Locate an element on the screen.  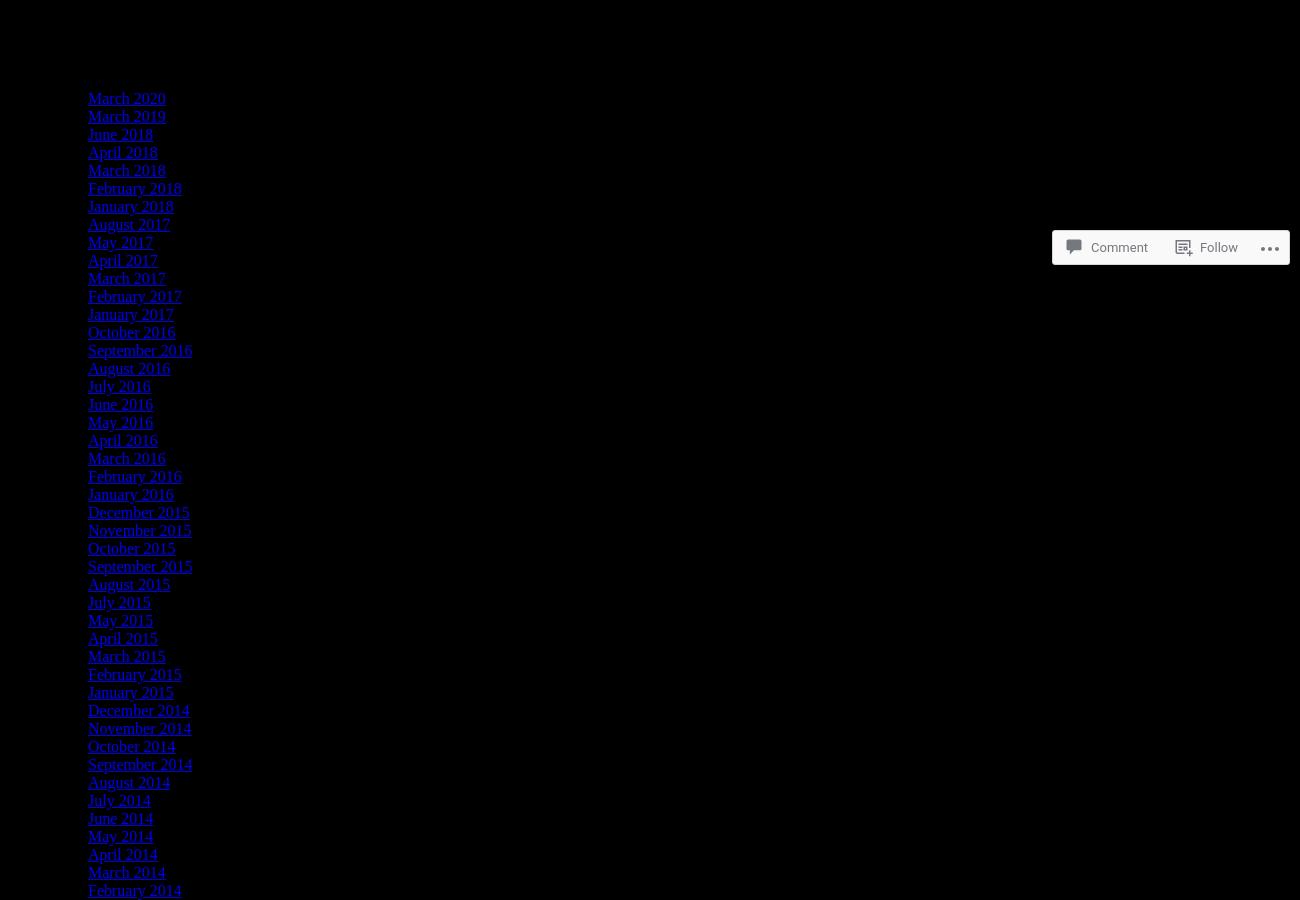
'July 2014' is located at coordinates (117, 800).